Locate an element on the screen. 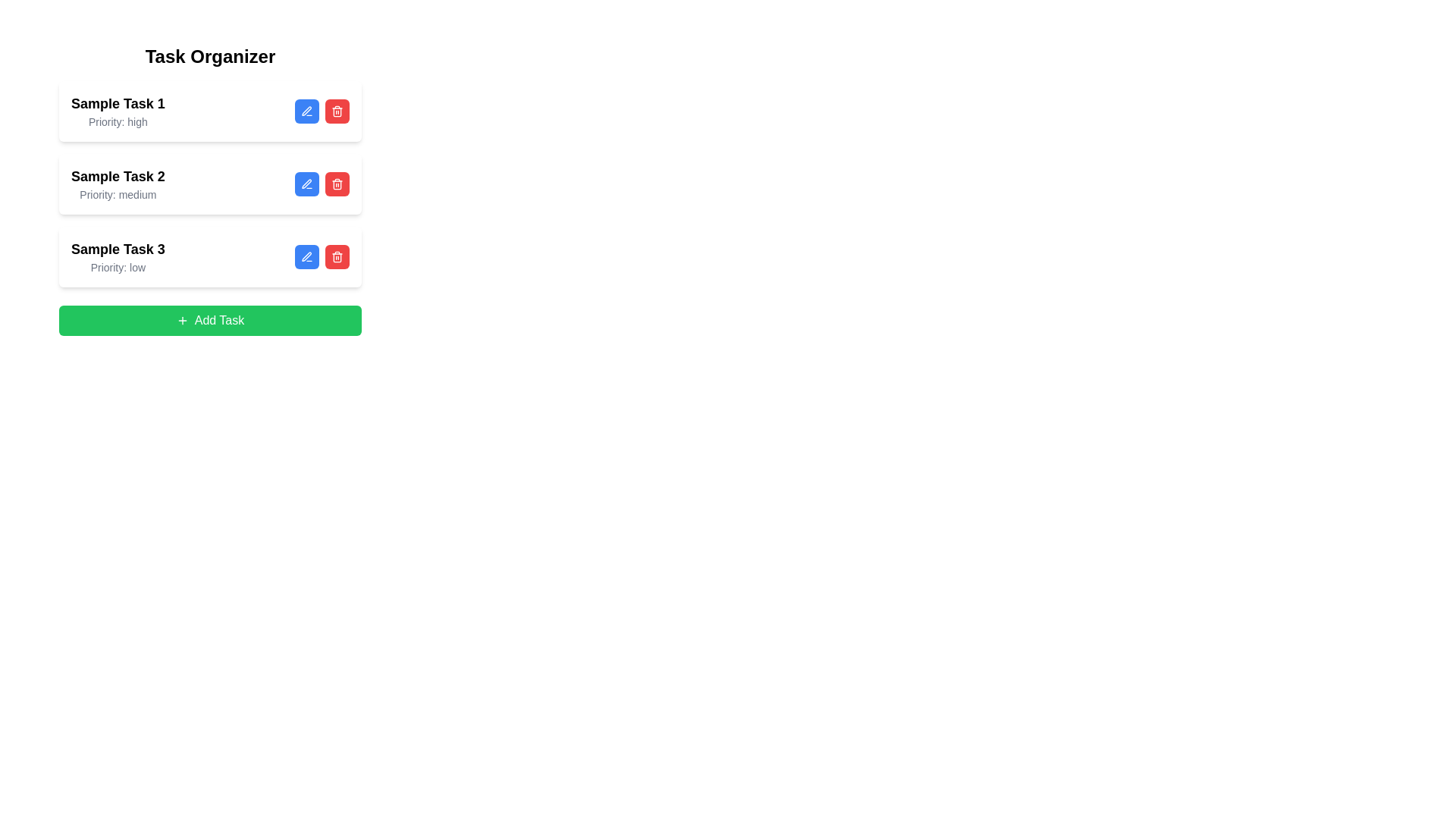  the blue rectangular button with rounded corners and a pencil icon is located at coordinates (306, 256).